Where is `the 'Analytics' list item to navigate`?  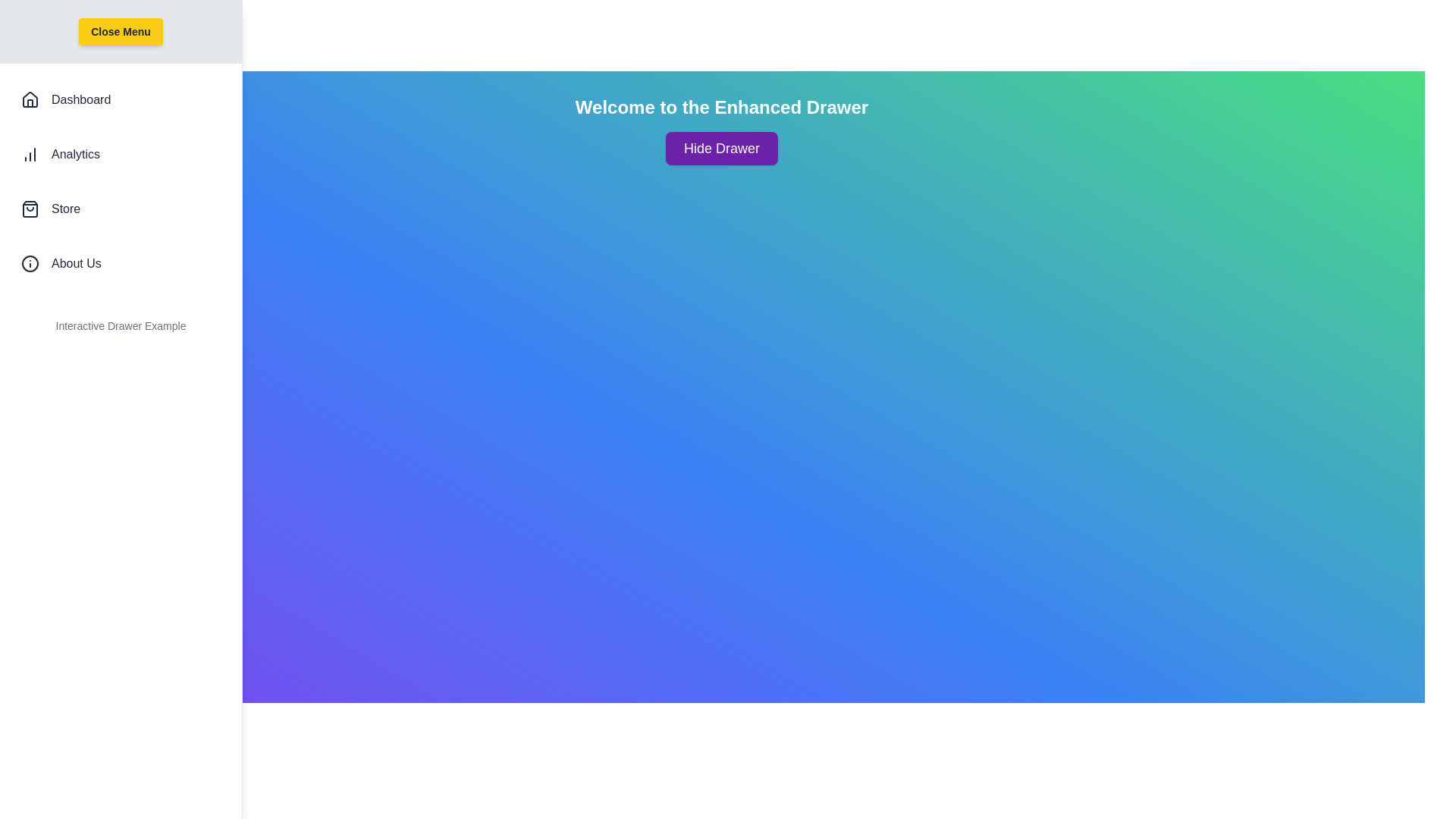 the 'Analytics' list item to navigate is located at coordinates (120, 155).